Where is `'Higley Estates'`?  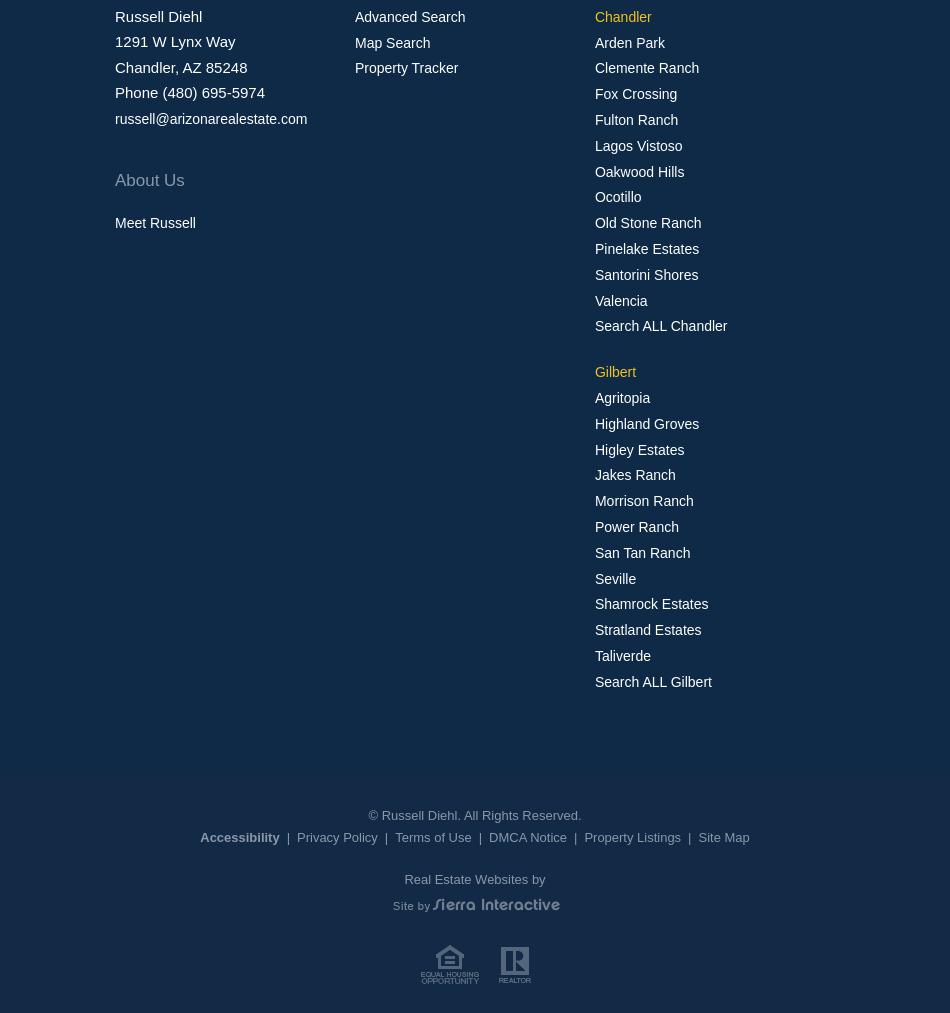 'Higley Estates' is located at coordinates (638, 447).